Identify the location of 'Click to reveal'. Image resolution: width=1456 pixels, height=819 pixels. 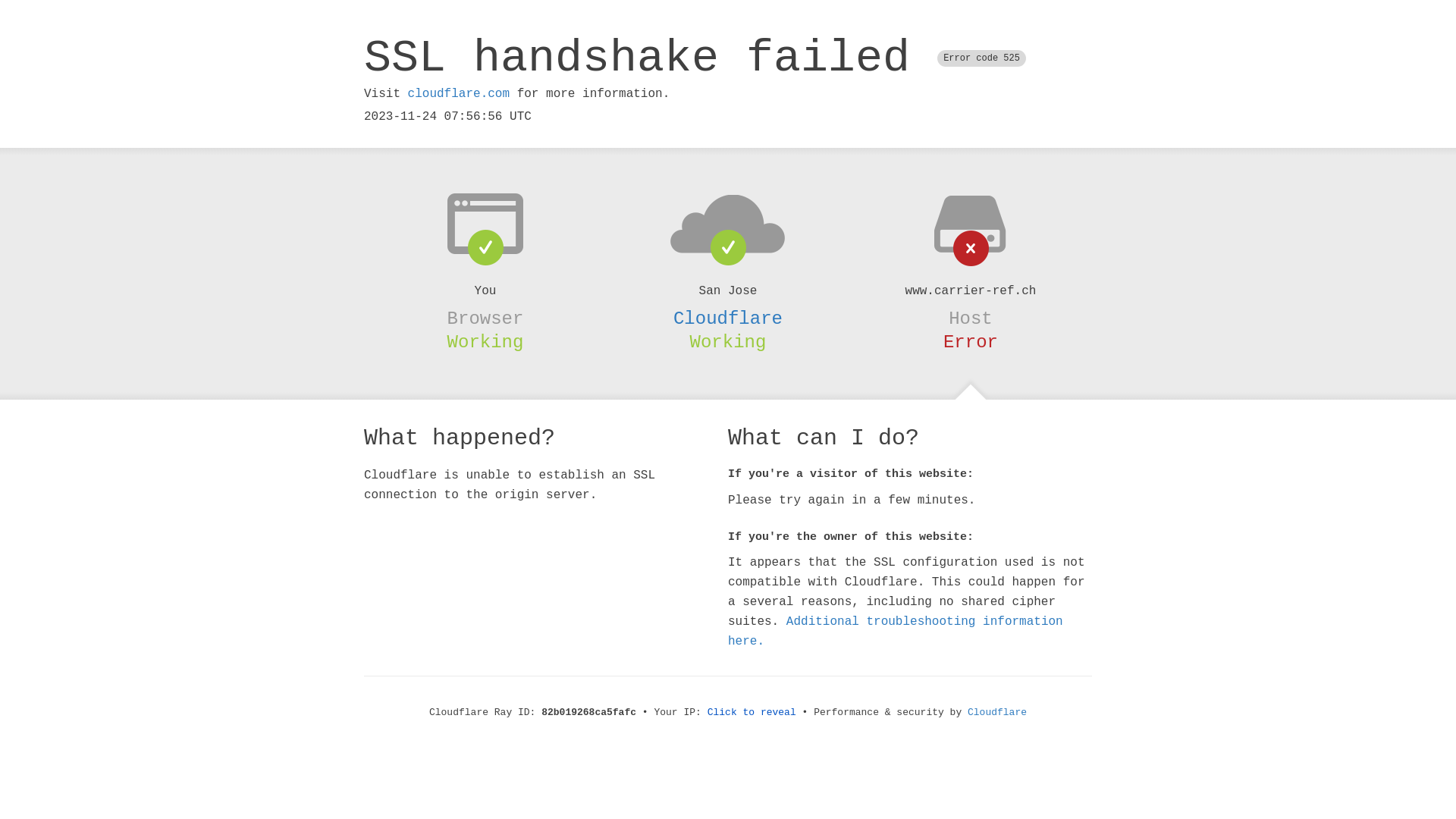
(752, 712).